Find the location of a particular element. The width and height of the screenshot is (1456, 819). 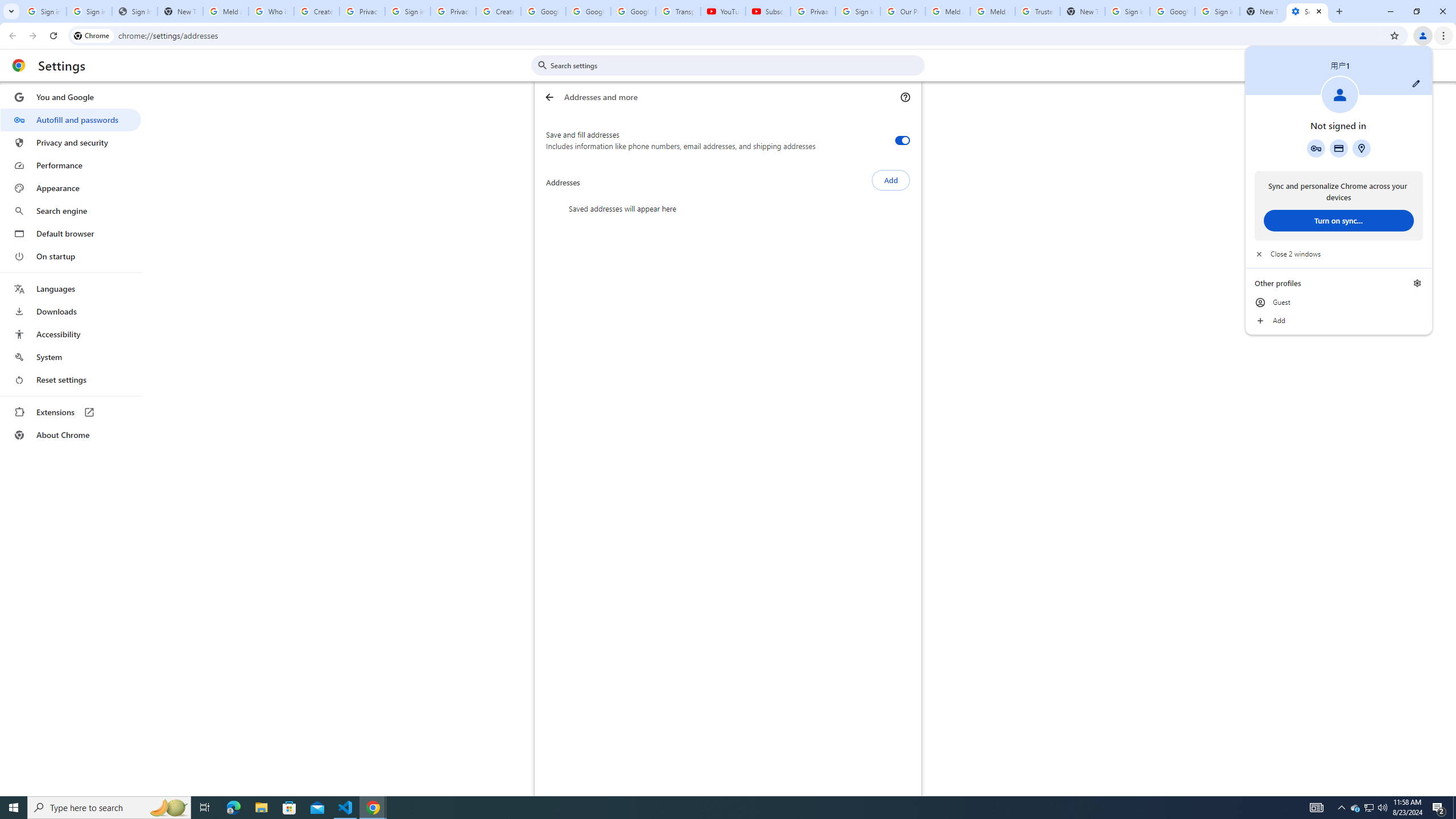

'Payment methods' is located at coordinates (1338, 148).